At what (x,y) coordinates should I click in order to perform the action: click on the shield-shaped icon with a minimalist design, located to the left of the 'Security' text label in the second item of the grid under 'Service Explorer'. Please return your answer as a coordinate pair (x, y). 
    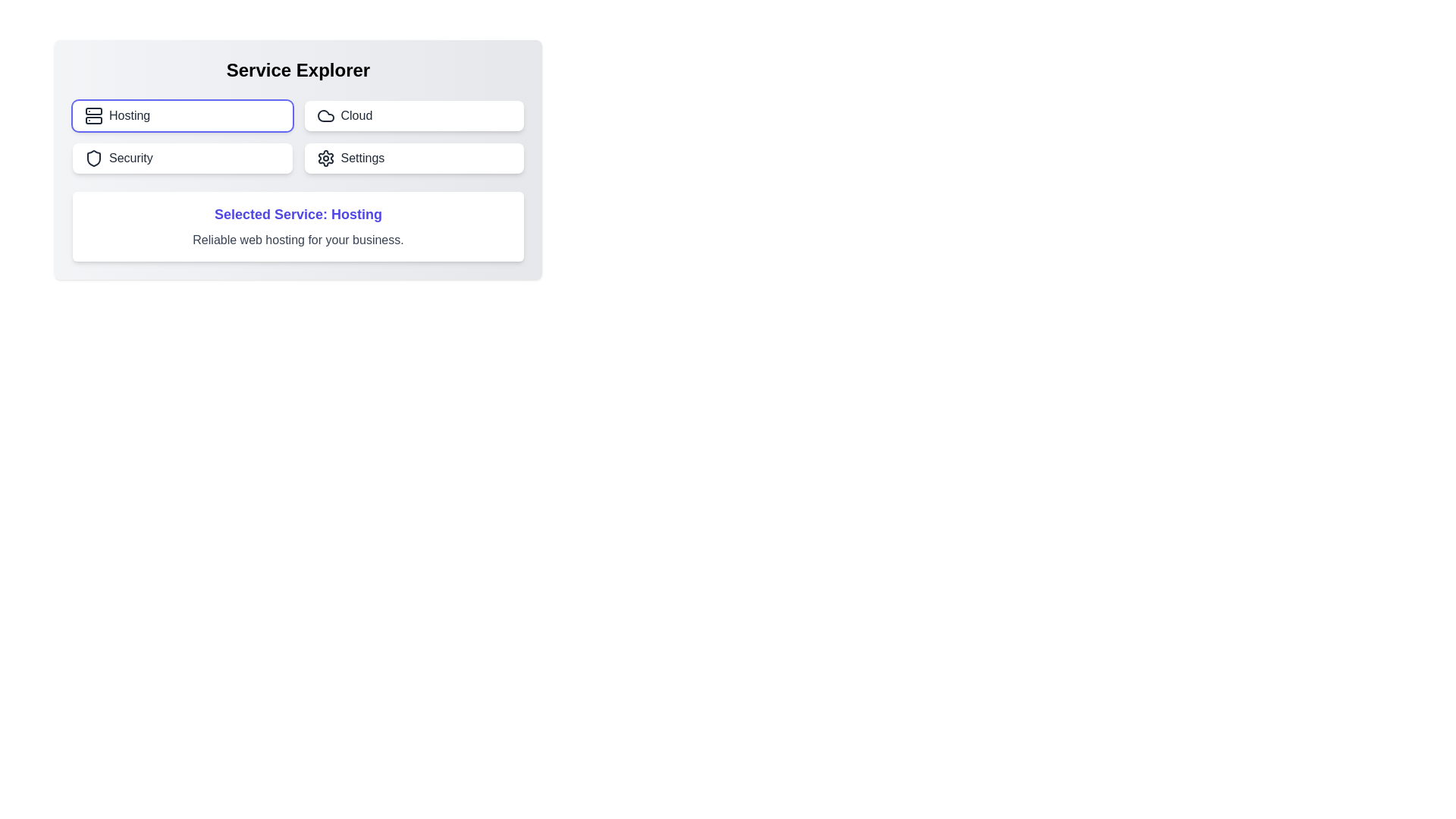
    Looking at the image, I should click on (93, 158).